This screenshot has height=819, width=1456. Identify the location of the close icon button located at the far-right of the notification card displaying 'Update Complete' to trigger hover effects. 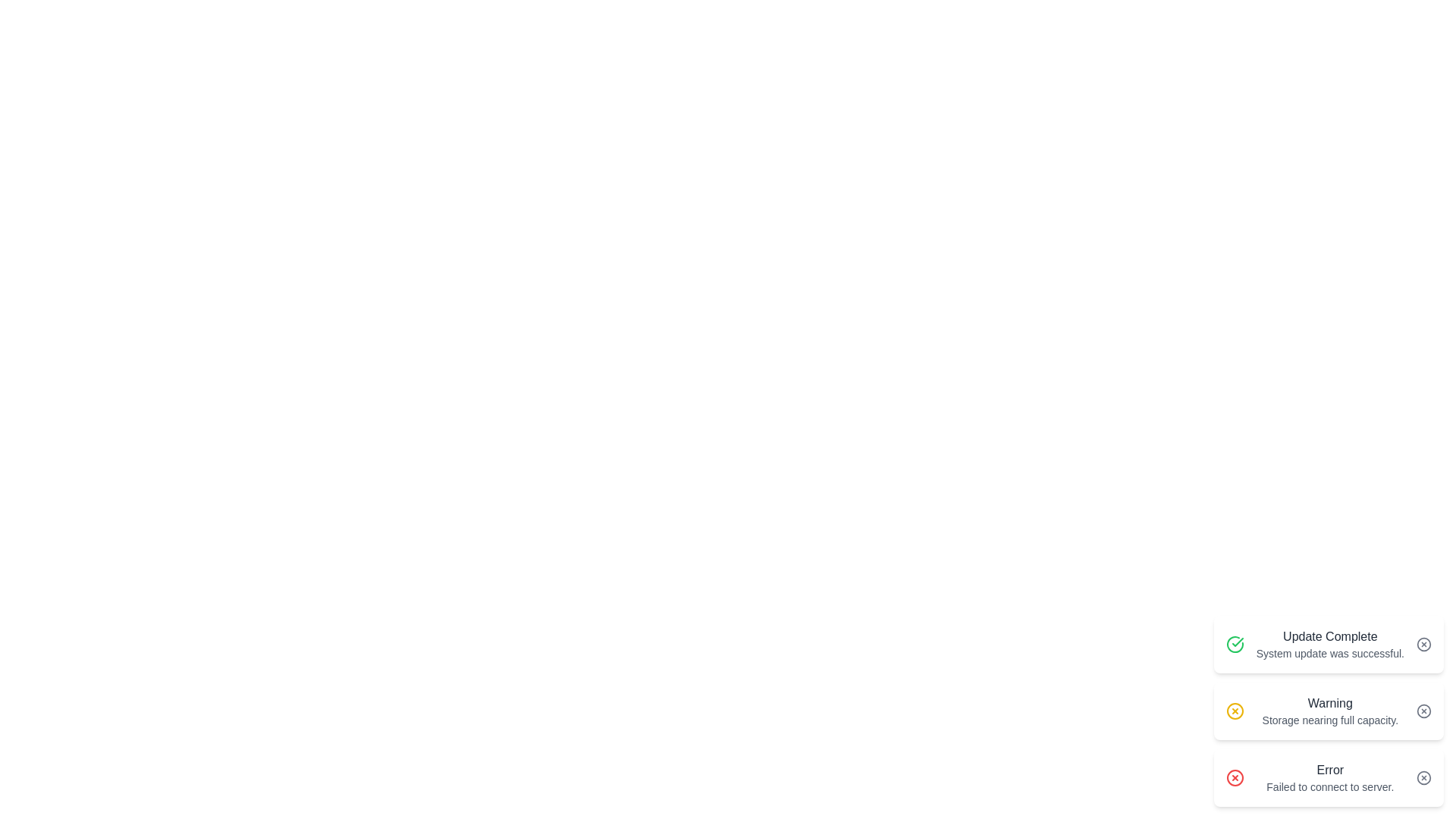
(1423, 644).